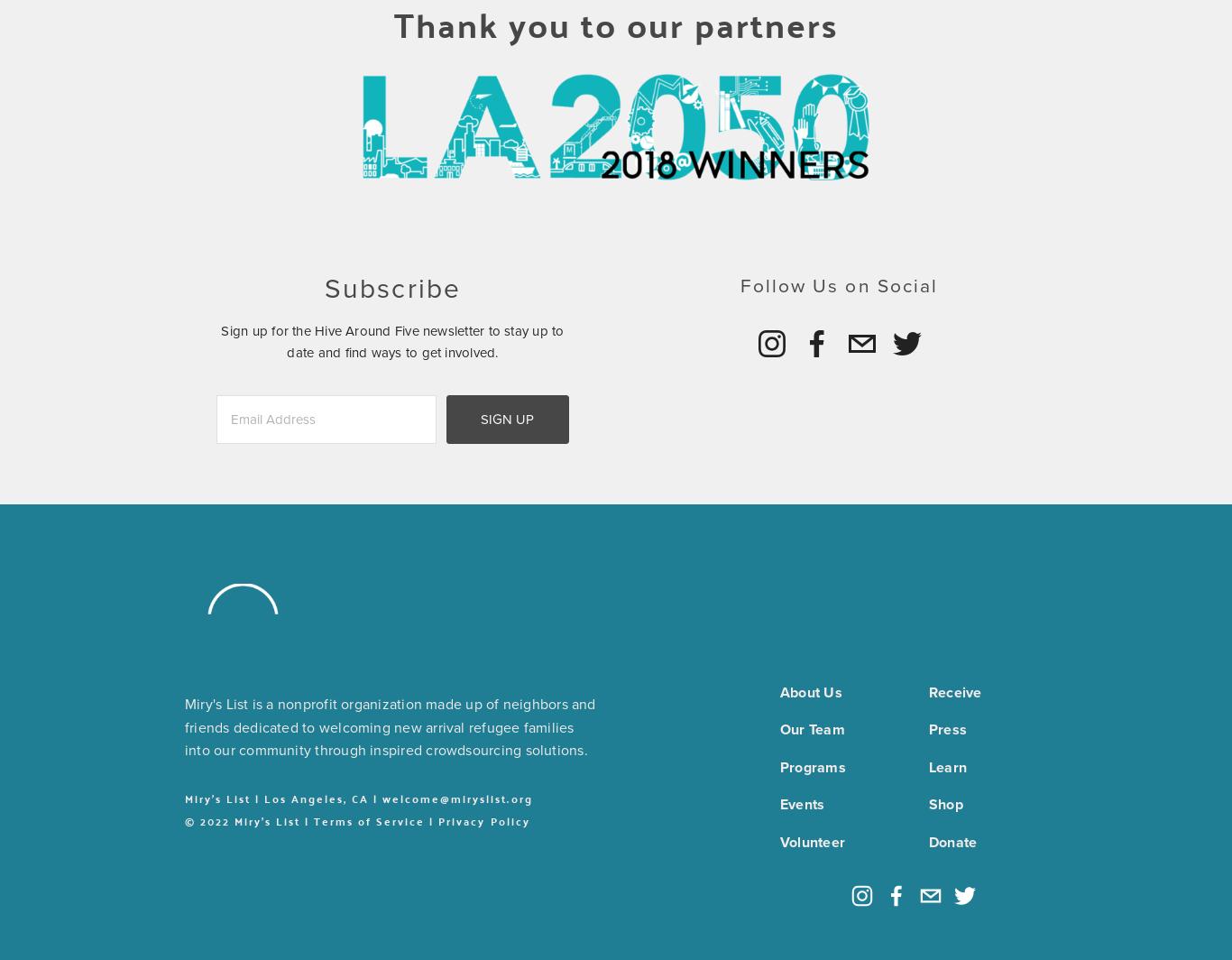 The height and width of the screenshot is (960, 1232). I want to click on 'Miry's List | Los Angeles, CA |', so click(184, 797).